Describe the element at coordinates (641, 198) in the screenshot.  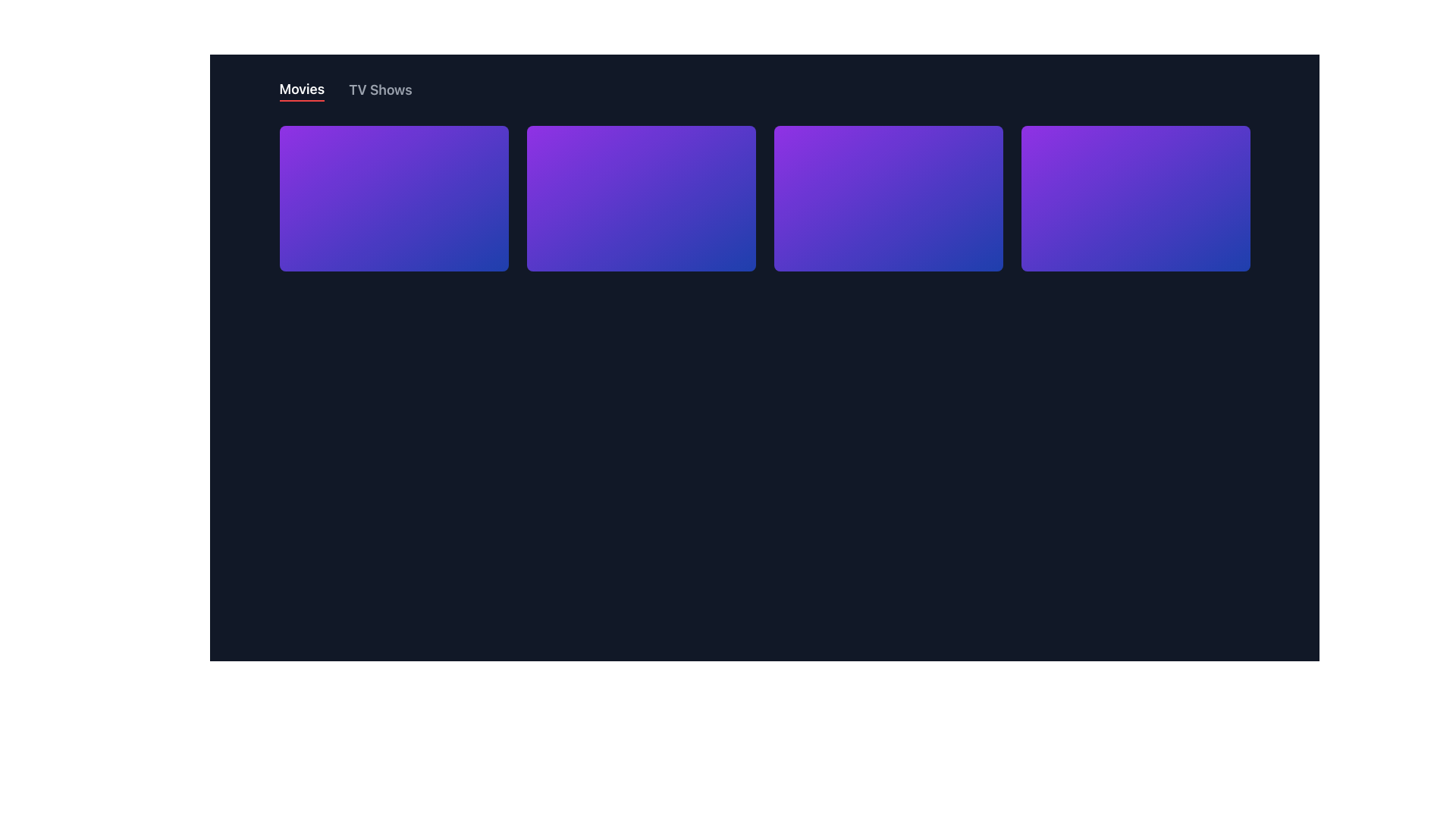
I see `the second clickable card in the grid, which displays details about the movie 'Dune'` at that location.